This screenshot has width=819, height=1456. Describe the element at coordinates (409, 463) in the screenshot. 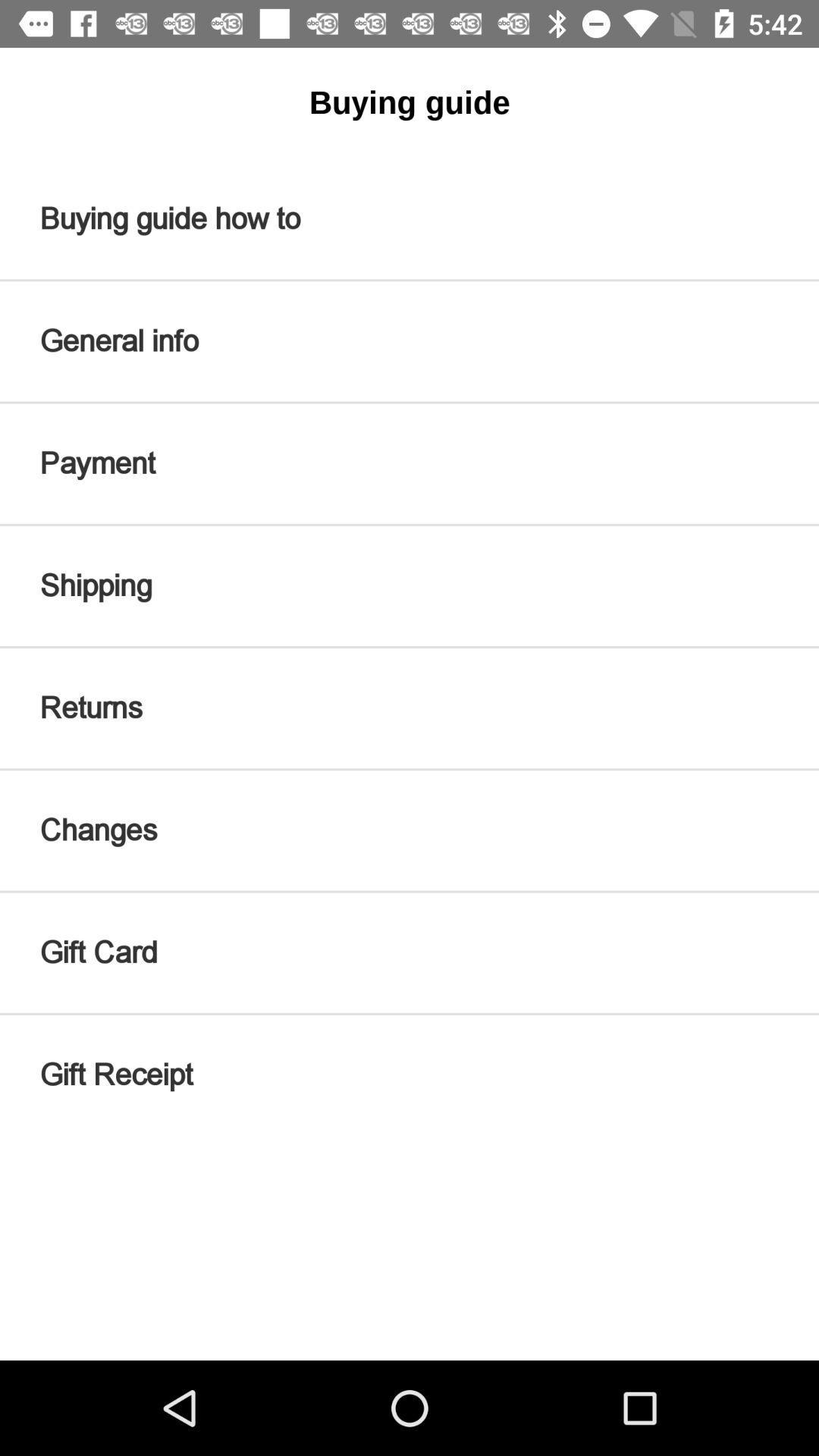

I see `the icon above shipping icon` at that location.